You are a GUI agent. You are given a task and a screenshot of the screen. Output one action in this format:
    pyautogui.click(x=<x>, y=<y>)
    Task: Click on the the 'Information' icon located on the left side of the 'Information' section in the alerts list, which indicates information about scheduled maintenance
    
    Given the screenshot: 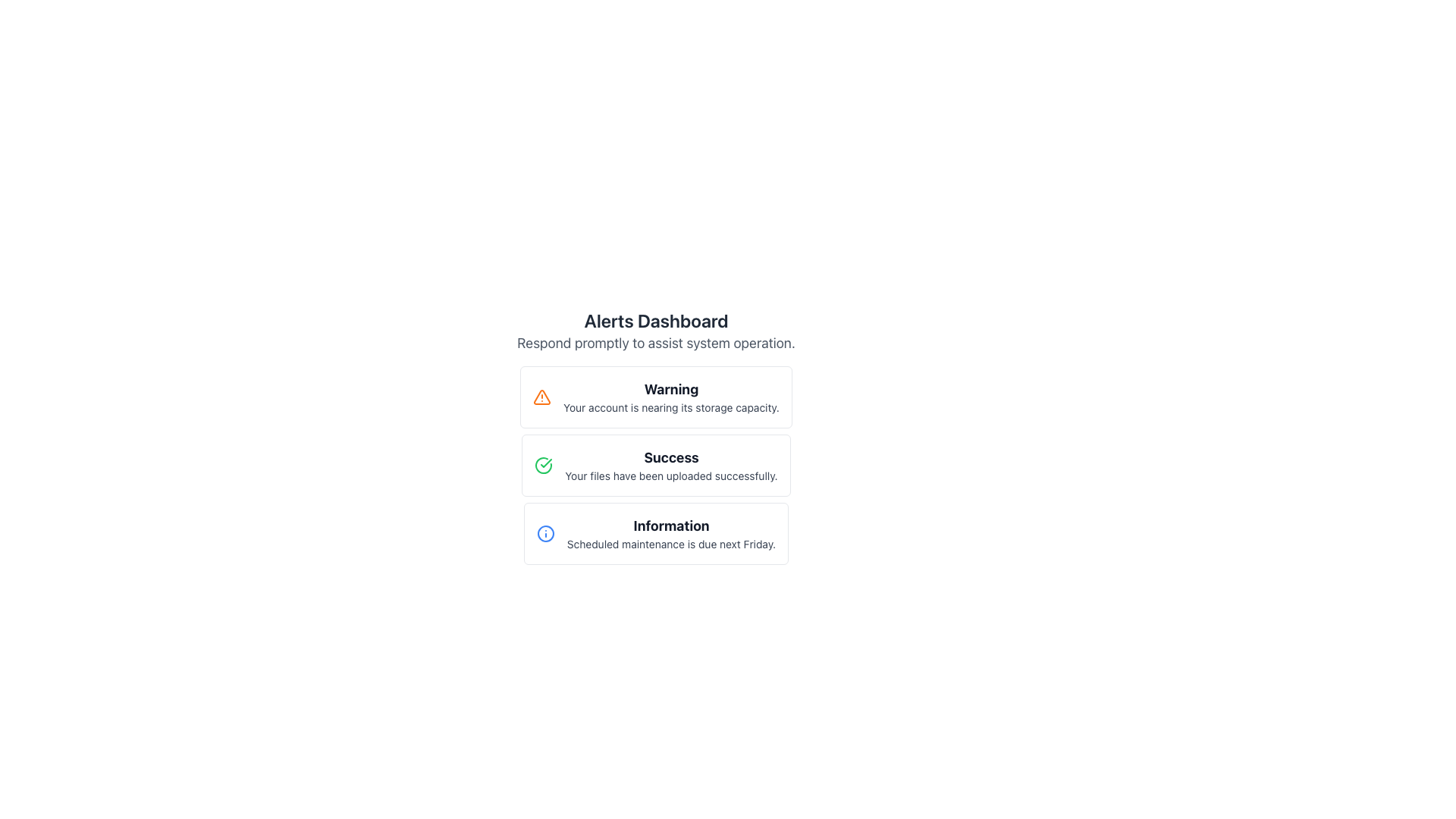 What is the action you would take?
    pyautogui.click(x=545, y=533)
    